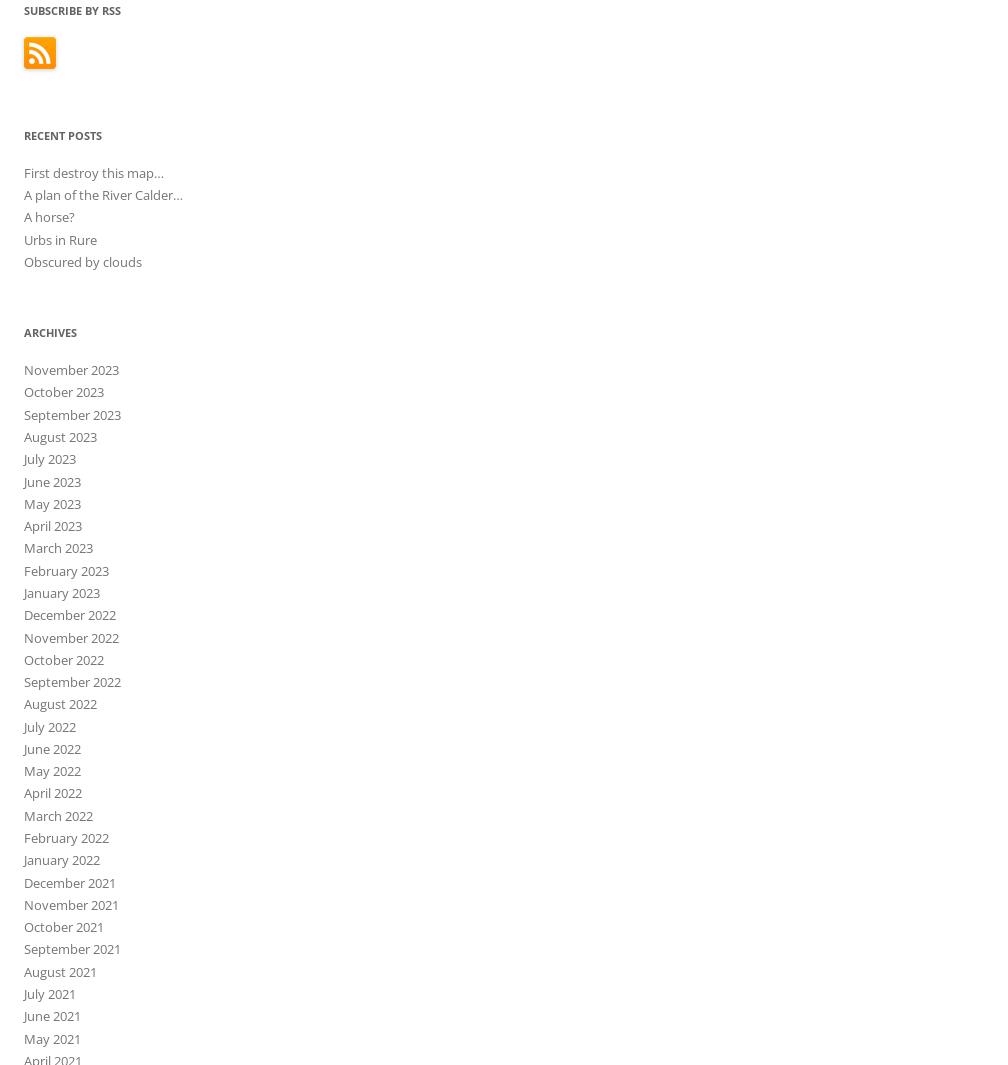  What do you see at coordinates (60, 237) in the screenshot?
I see `'Urbs in Rure'` at bounding box center [60, 237].